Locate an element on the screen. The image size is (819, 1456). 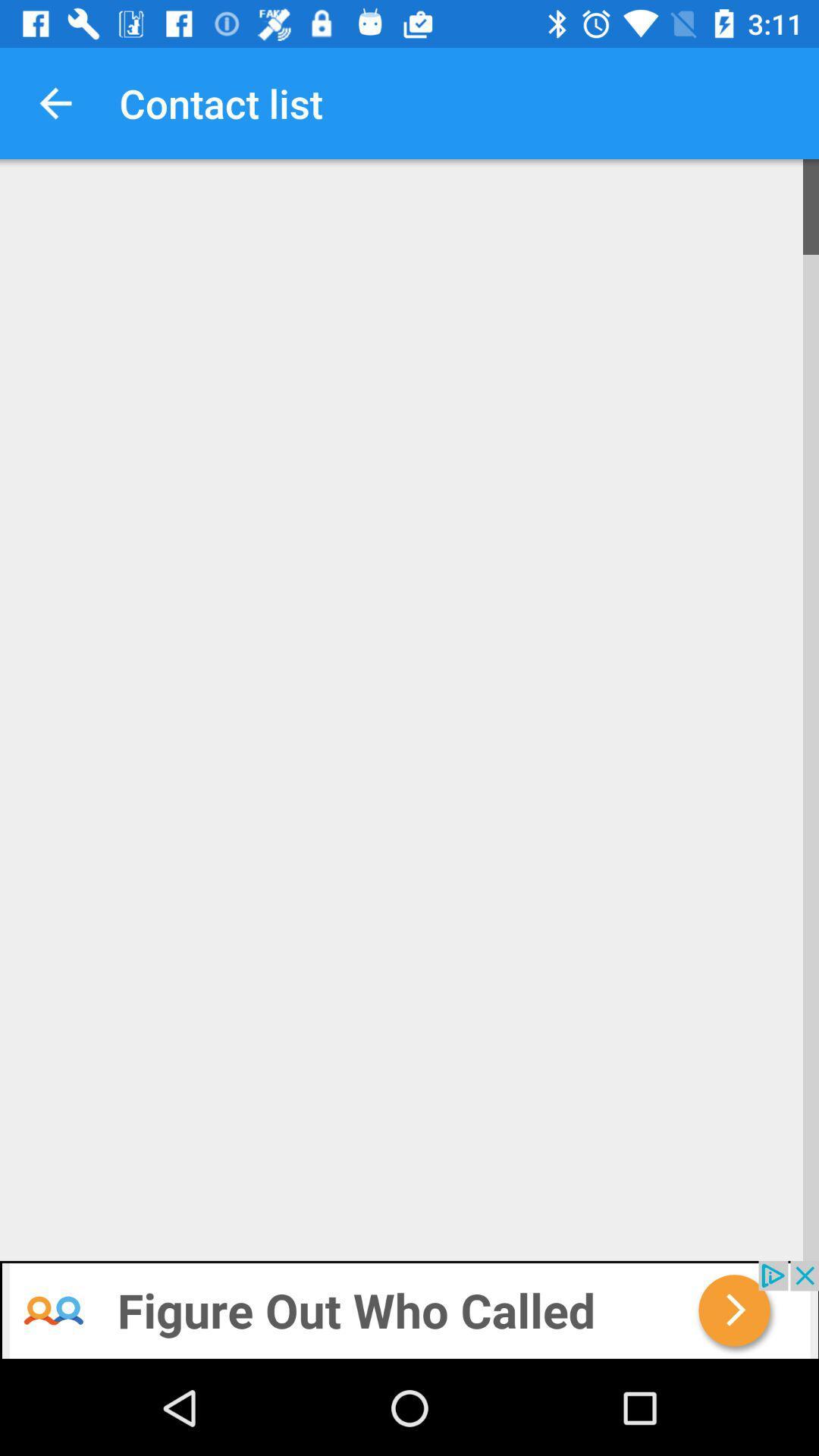
accept is located at coordinates (409, 1310).